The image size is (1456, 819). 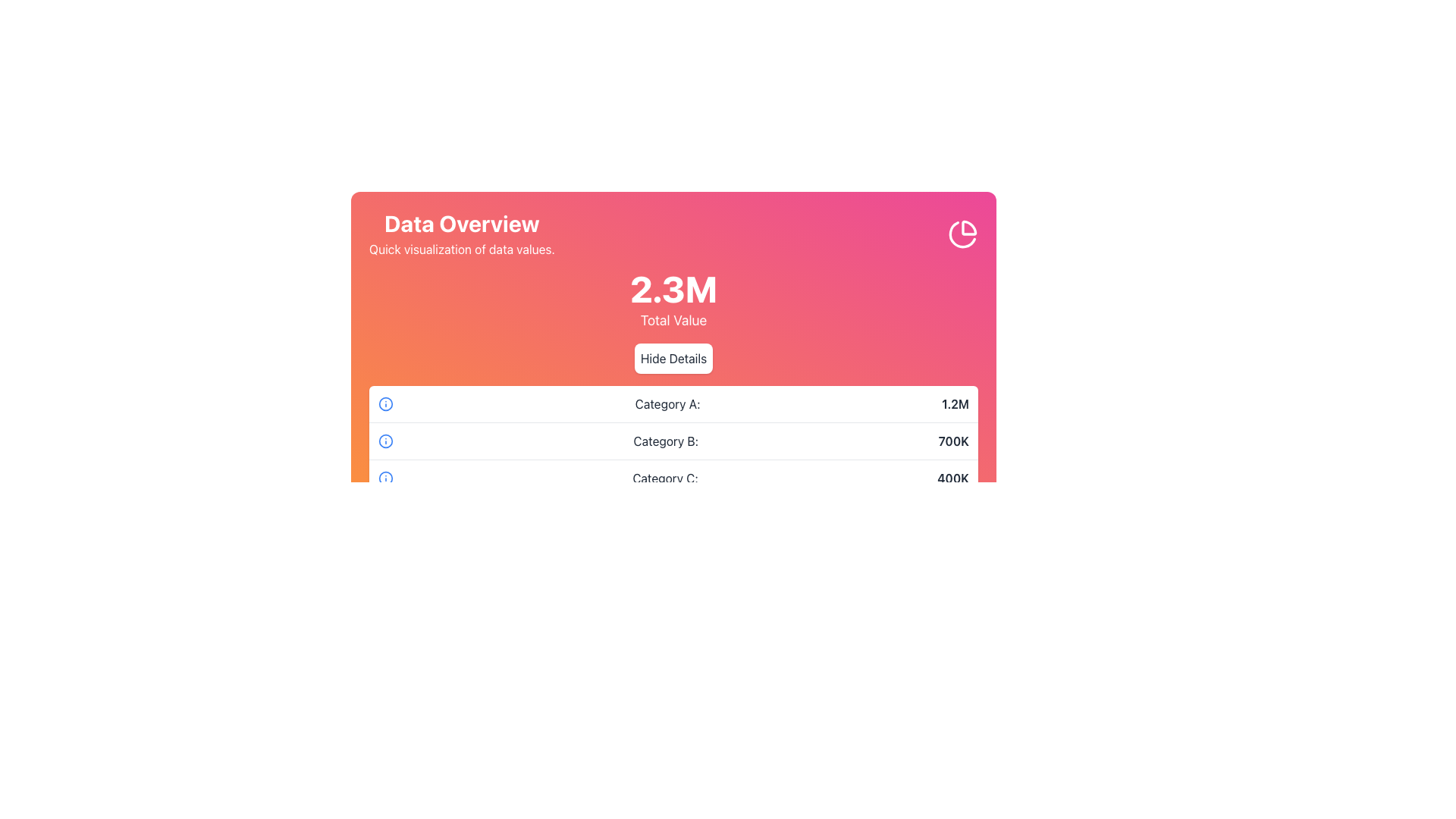 What do you see at coordinates (666, 441) in the screenshot?
I see `the text label displaying 'Category B:' which is styled in black text on a white background and is positioned in the second row of category listings` at bounding box center [666, 441].